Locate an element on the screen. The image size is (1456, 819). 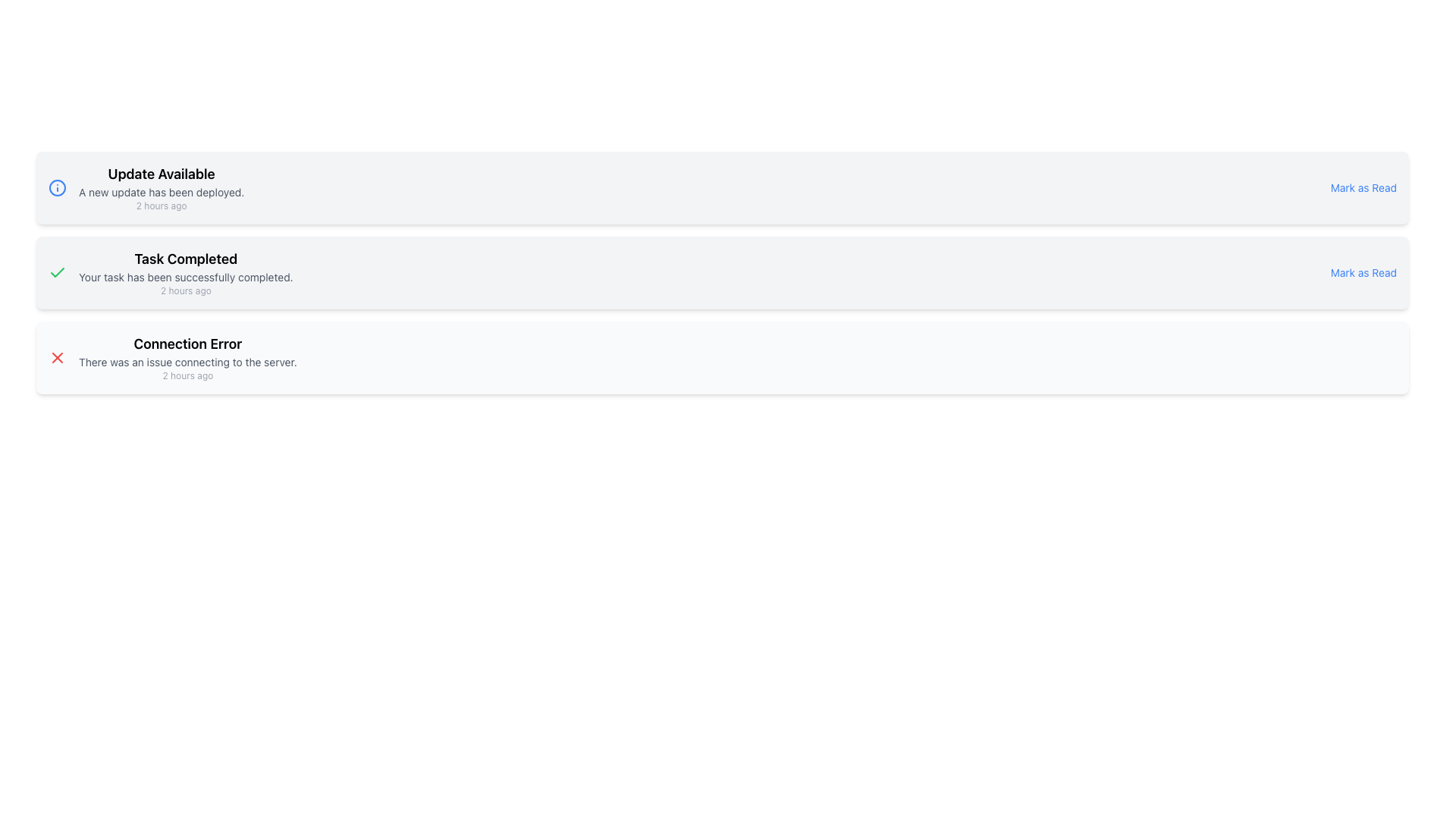
the green checkmark icon located beside the 'Task Completed' notification panel by moving the cursor to its center is located at coordinates (58, 271).